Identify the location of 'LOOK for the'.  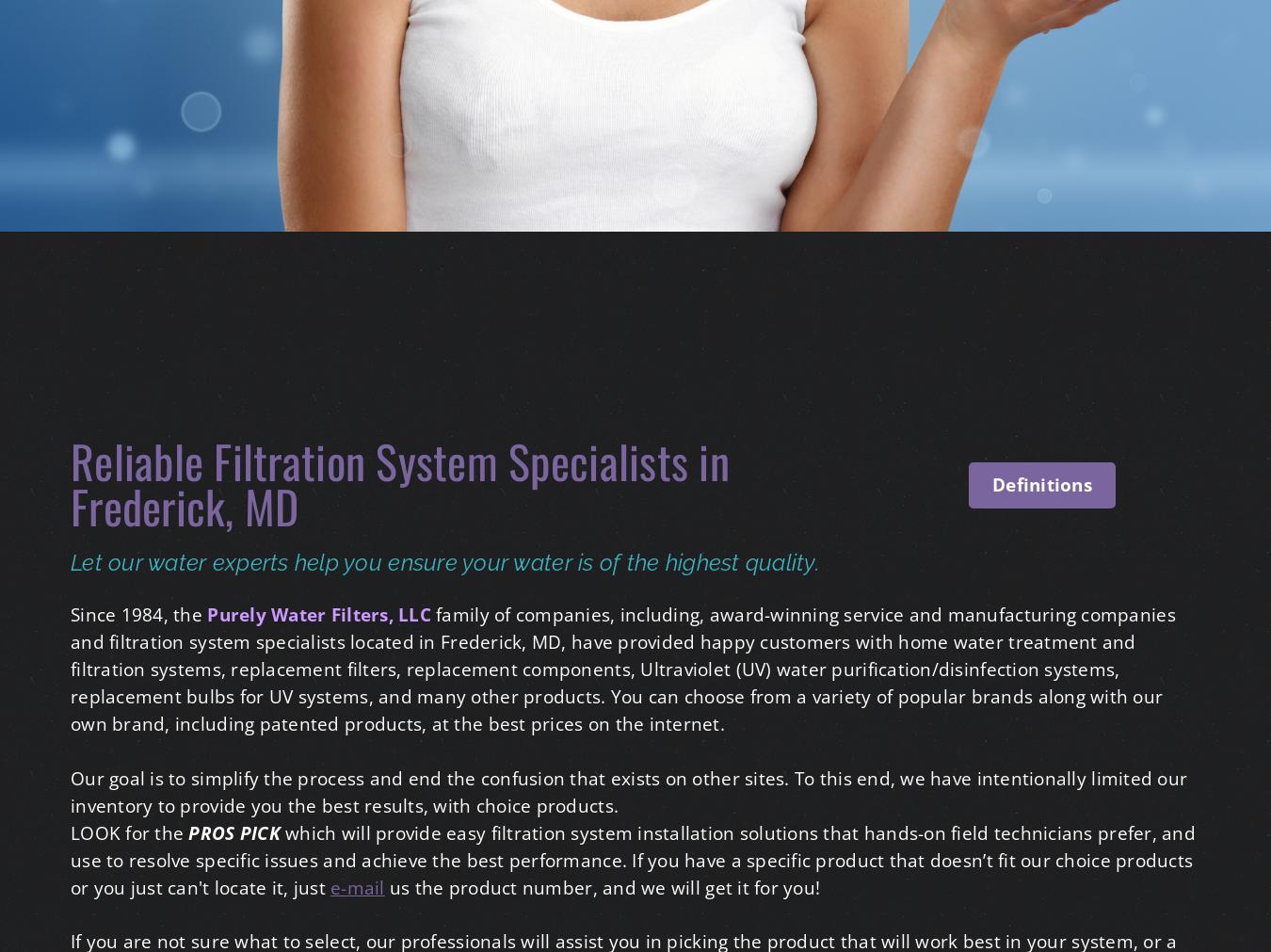
(129, 831).